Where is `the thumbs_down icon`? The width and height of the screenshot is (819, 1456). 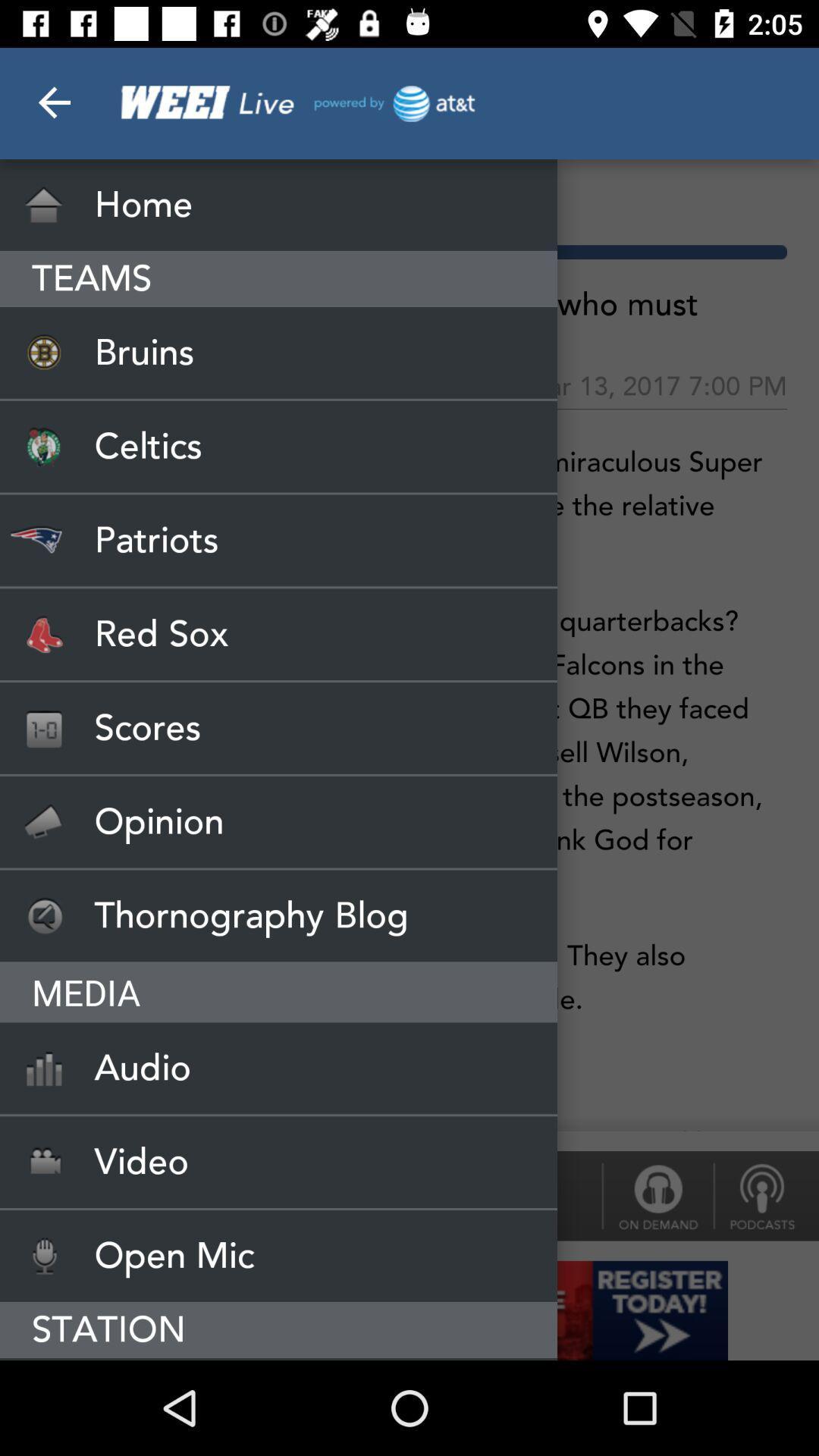 the thumbs_down icon is located at coordinates (766, 1195).